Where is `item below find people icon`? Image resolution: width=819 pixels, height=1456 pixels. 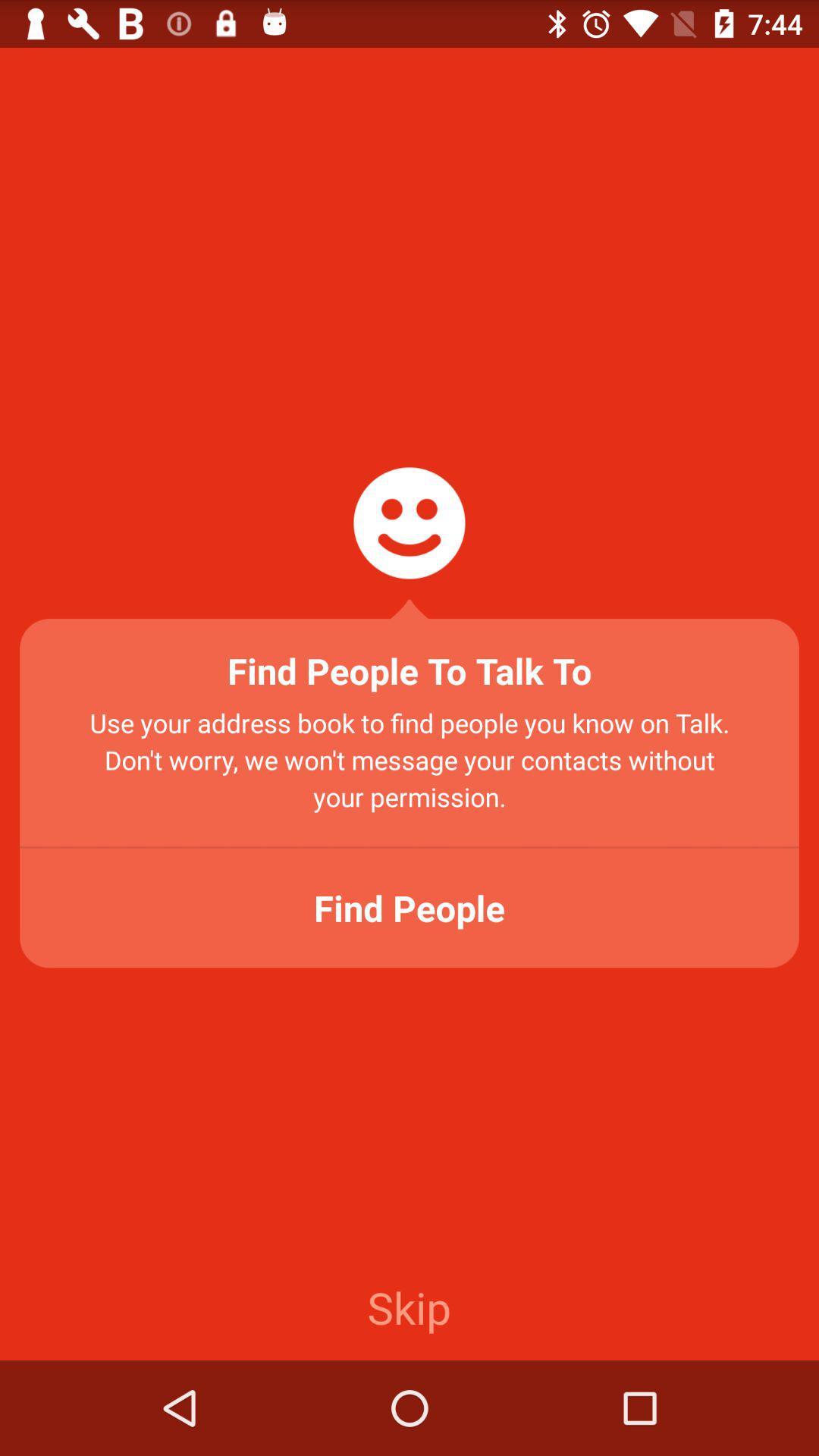
item below find people icon is located at coordinates (408, 1306).